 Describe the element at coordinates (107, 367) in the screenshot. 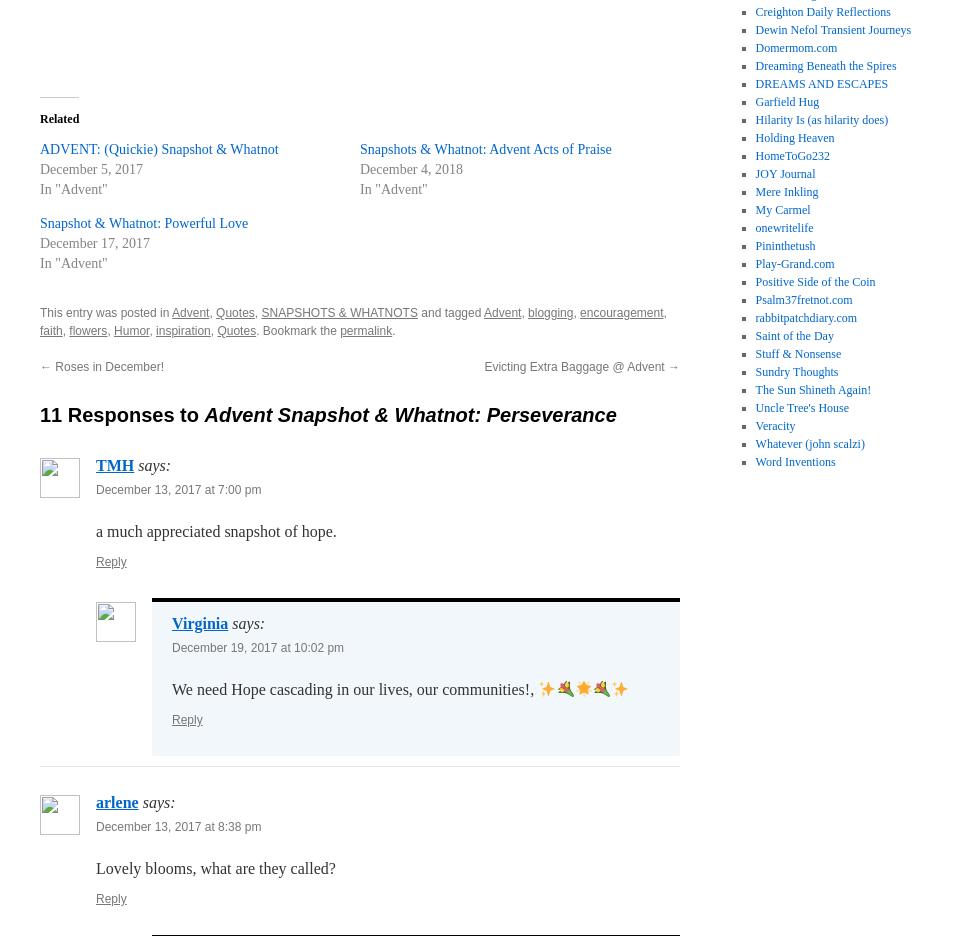

I see `'Roses in December!'` at that location.